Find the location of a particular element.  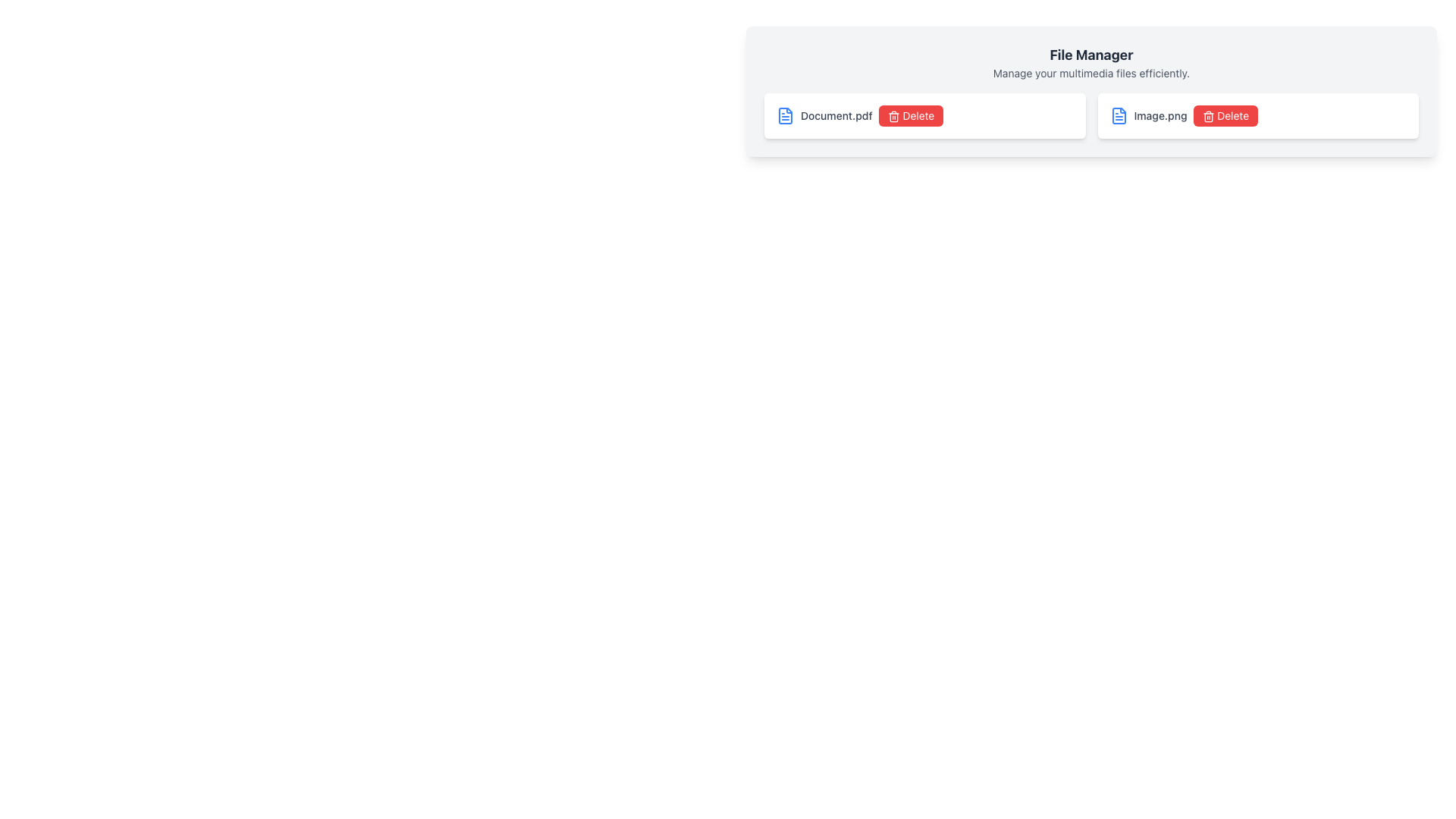

the file name 'Image.png' in the File entry component is located at coordinates (1258, 115).